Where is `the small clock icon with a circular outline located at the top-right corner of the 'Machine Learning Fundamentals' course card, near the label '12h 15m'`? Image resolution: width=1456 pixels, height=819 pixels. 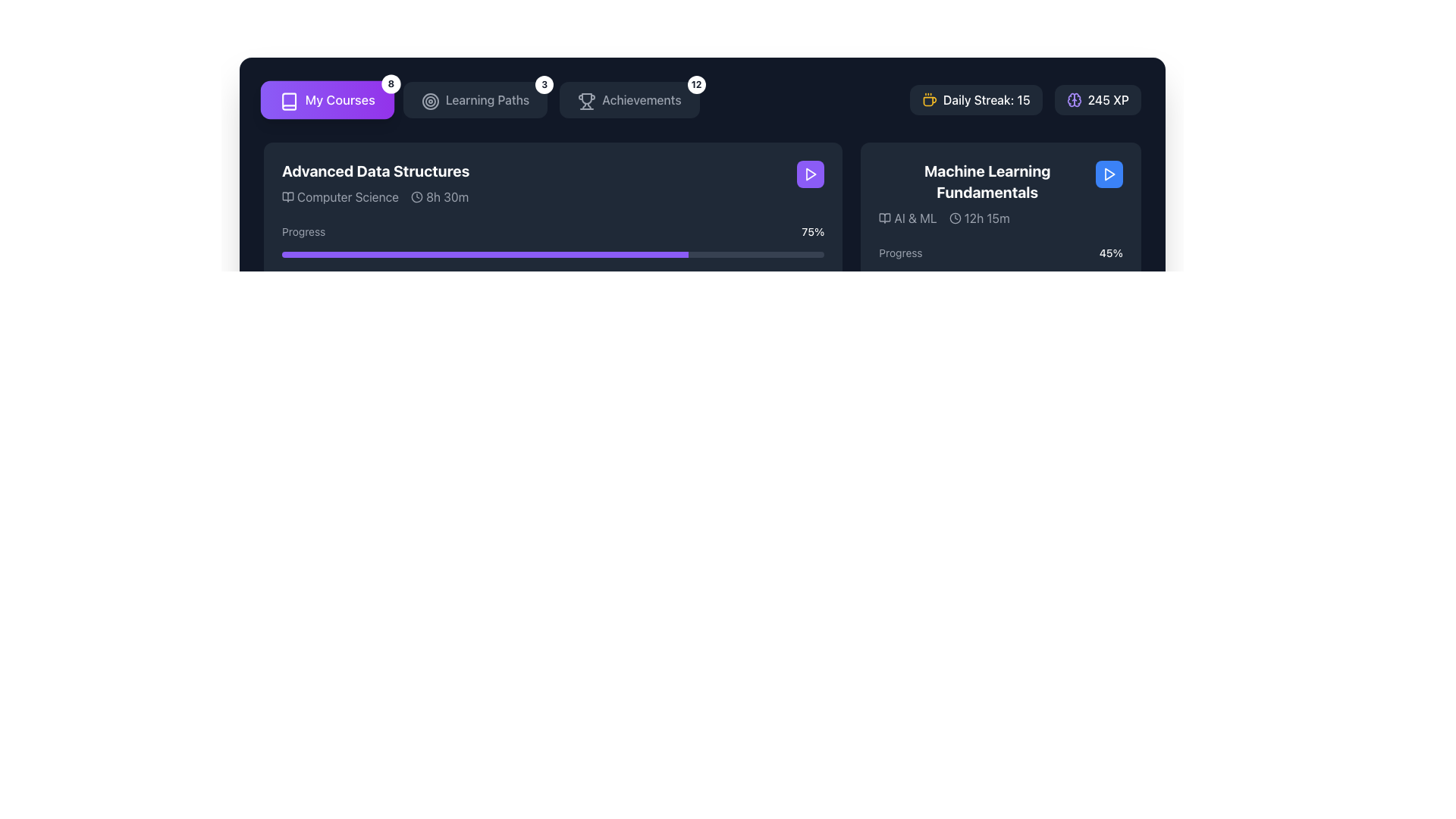 the small clock icon with a circular outline located at the top-right corner of the 'Machine Learning Fundamentals' course card, near the label '12h 15m' is located at coordinates (954, 218).